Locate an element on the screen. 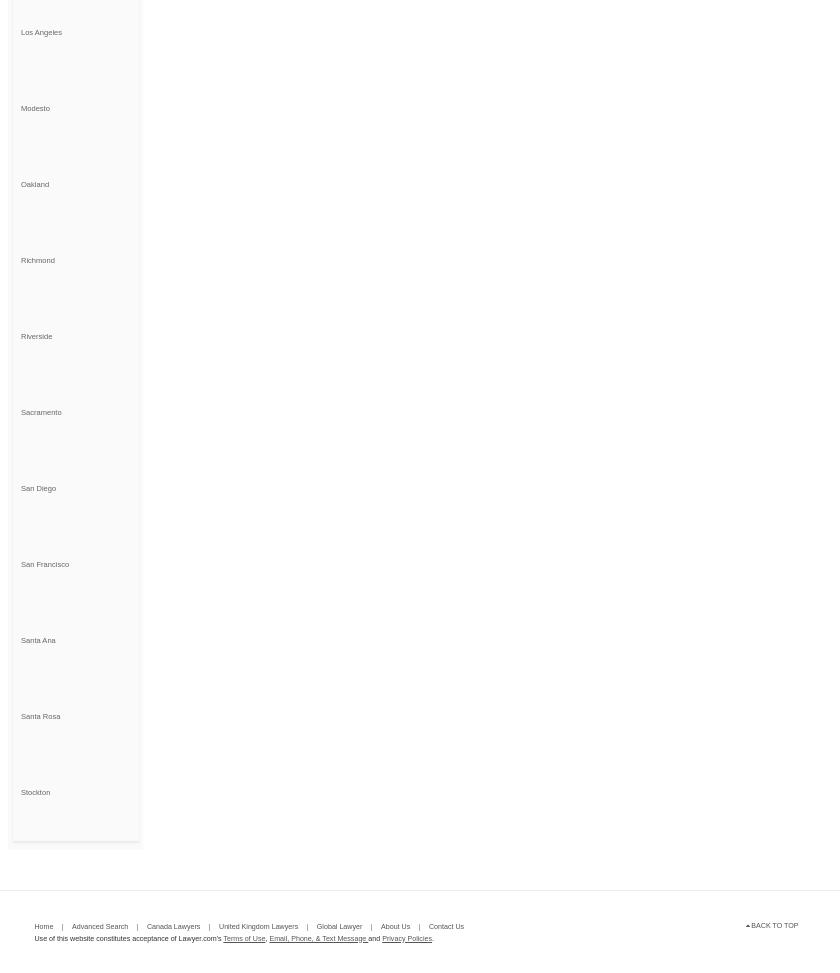  'Sacramento' is located at coordinates (40, 410).